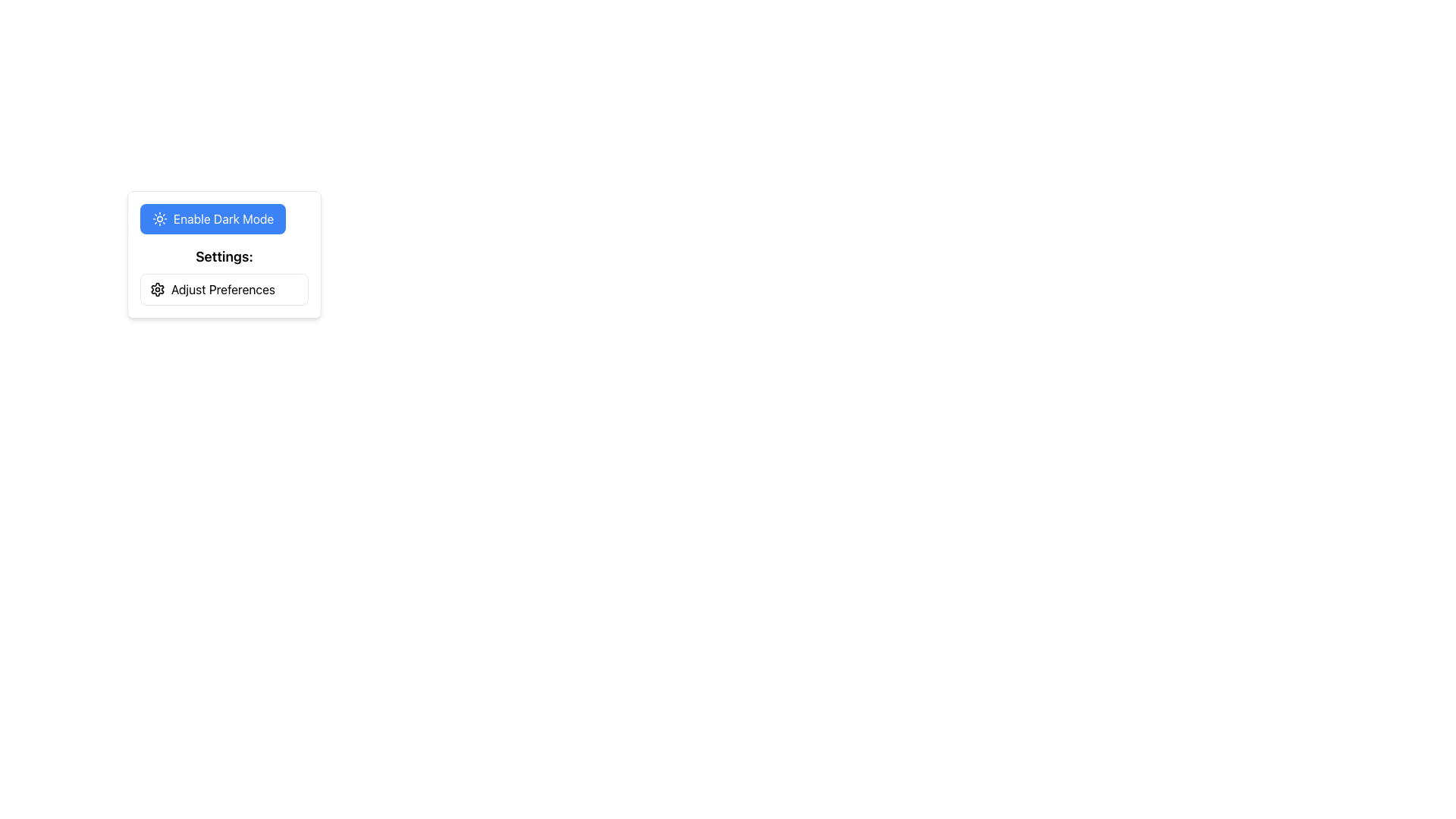 The width and height of the screenshot is (1456, 819). I want to click on the settings button located below the 'Settings:' text to observe any hover effects, so click(224, 289).